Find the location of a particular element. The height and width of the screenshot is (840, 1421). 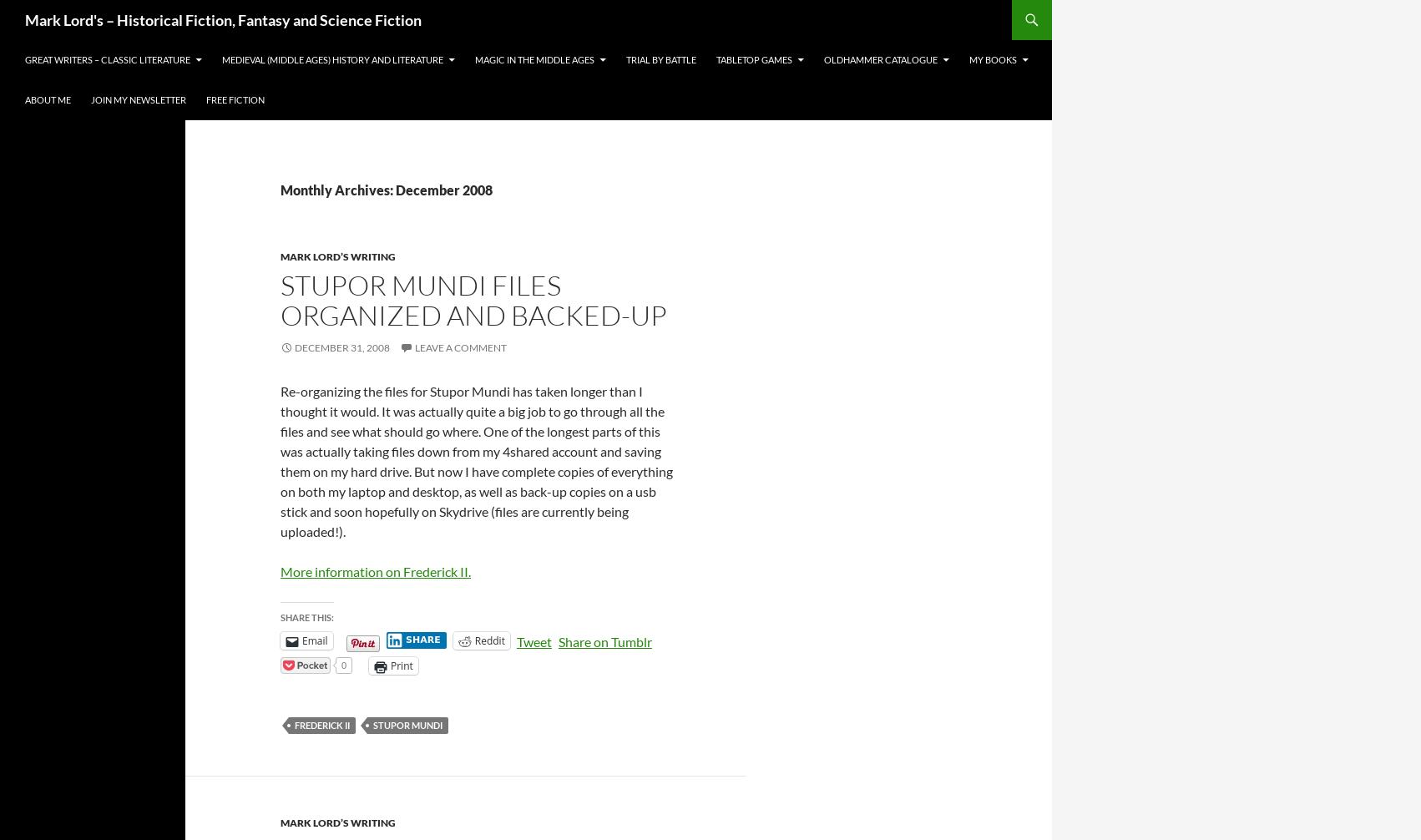

'About Me' is located at coordinates (24, 99).